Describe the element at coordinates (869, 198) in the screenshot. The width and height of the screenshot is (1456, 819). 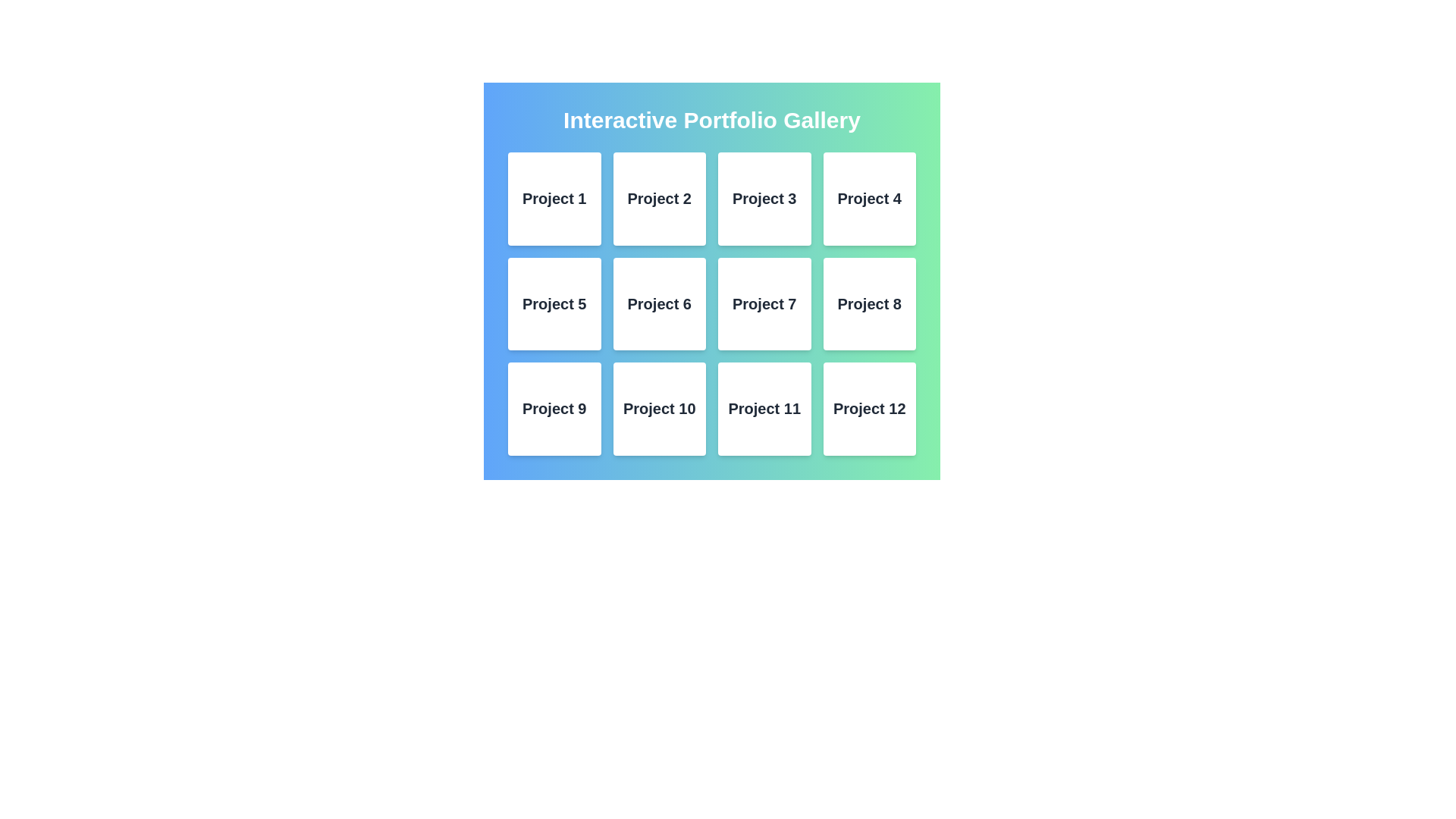
I see `the navigational button for 'Project 4'` at that location.